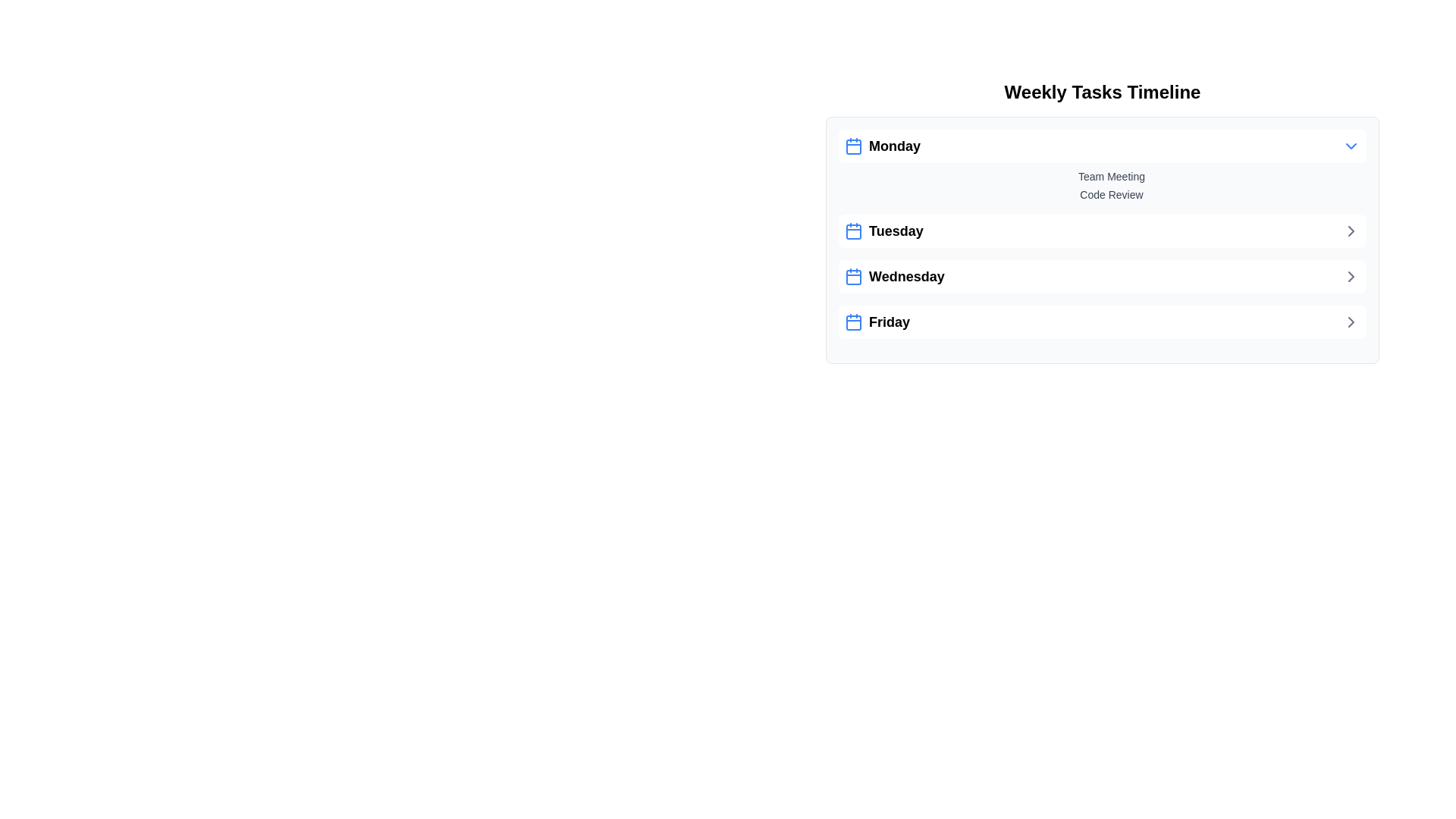 This screenshot has width=1456, height=819. I want to click on the navigation icon located in the second row corresponding to 'Tuesday' to initiate an action, so click(1351, 231).